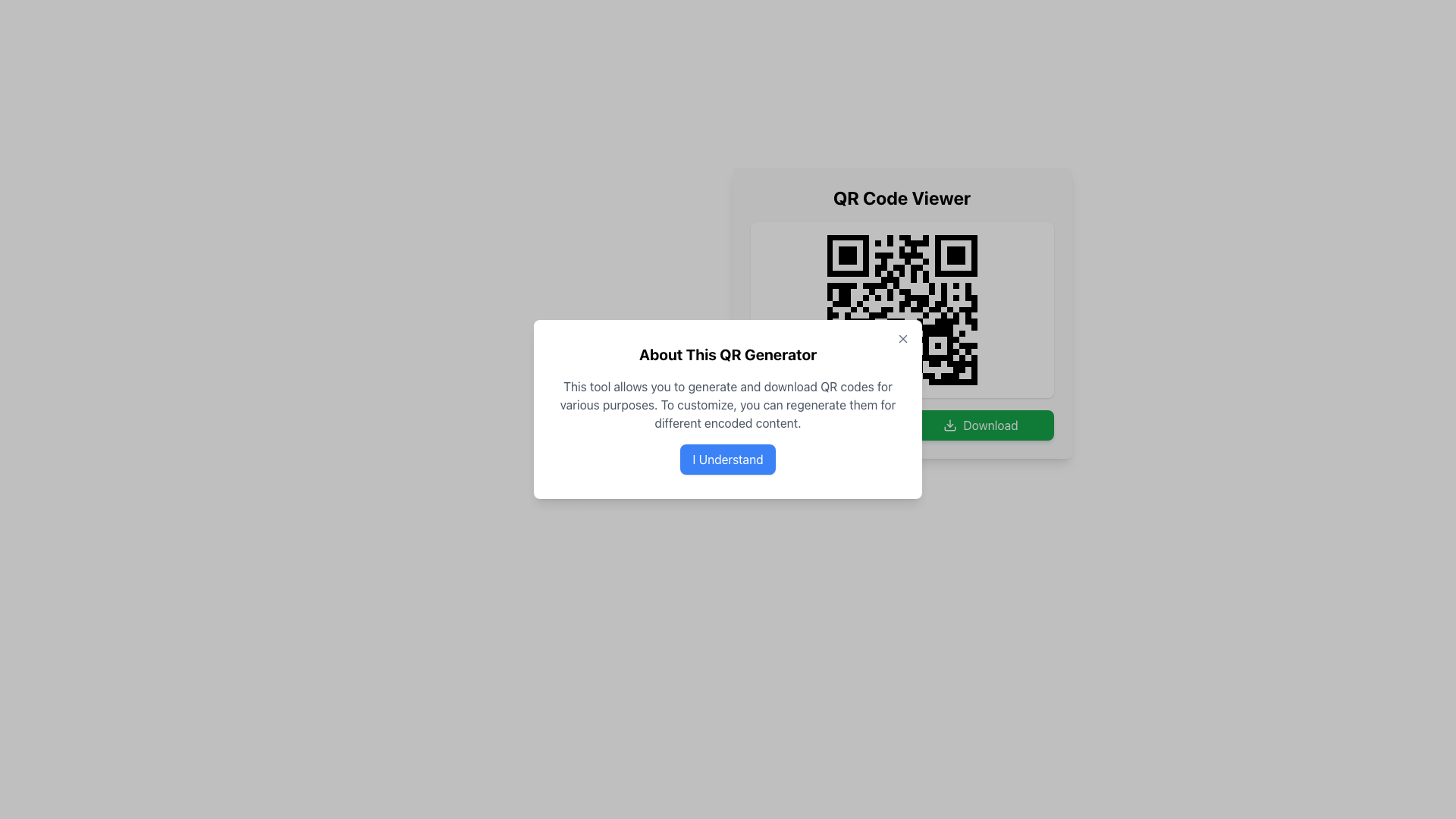  What do you see at coordinates (902, 338) in the screenshot?
I see `the 'X' icon close button located in the top-right corner of the modal dialog` at bounding box center [902, 338].